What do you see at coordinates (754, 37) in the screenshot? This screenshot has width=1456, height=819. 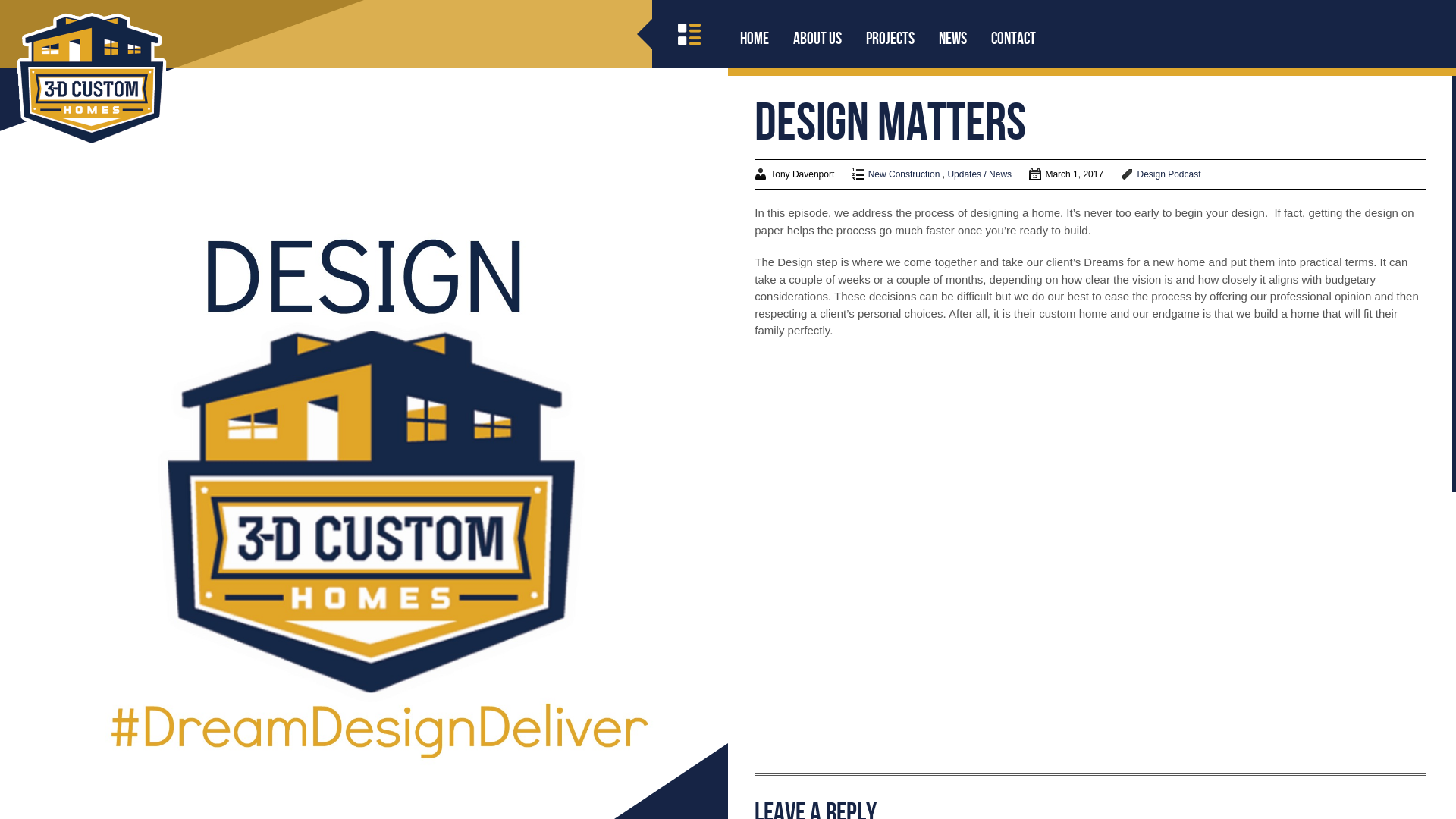 I see `'Home'` at bounding box center [754, 37].